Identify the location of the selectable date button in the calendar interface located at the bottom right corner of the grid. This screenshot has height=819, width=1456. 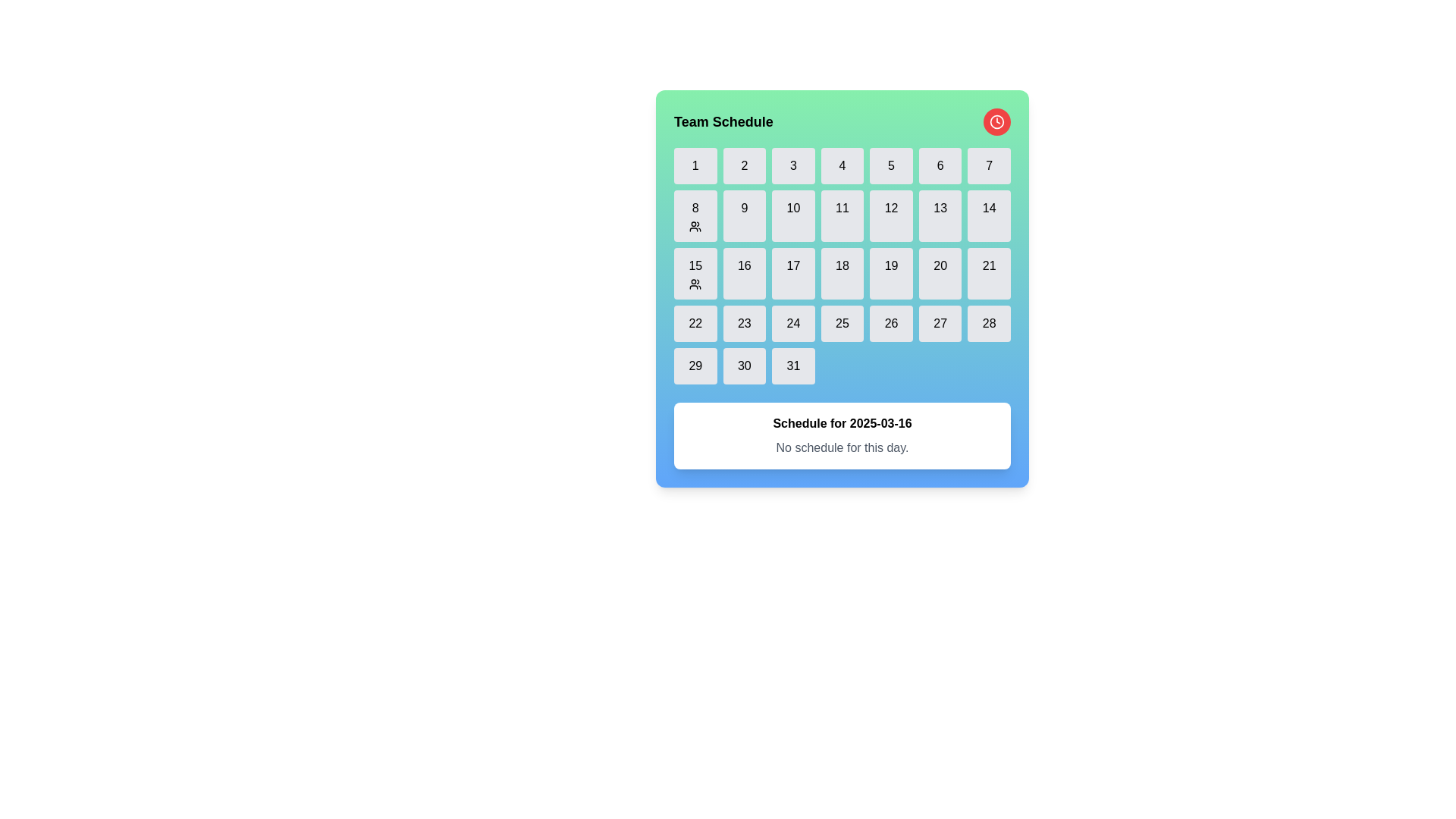
(792, 366).